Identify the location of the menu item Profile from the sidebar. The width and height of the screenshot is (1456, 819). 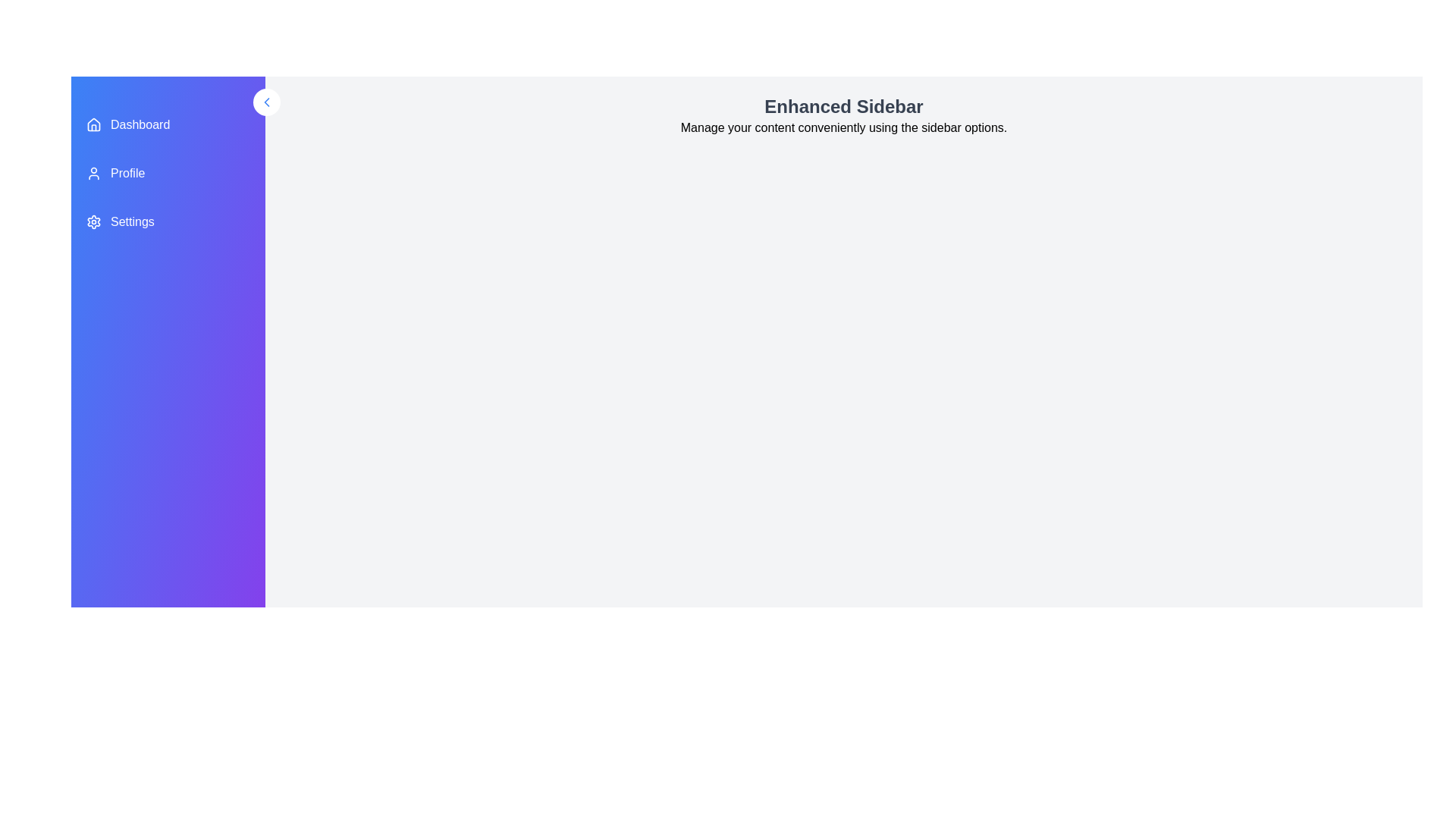
(168, 172).